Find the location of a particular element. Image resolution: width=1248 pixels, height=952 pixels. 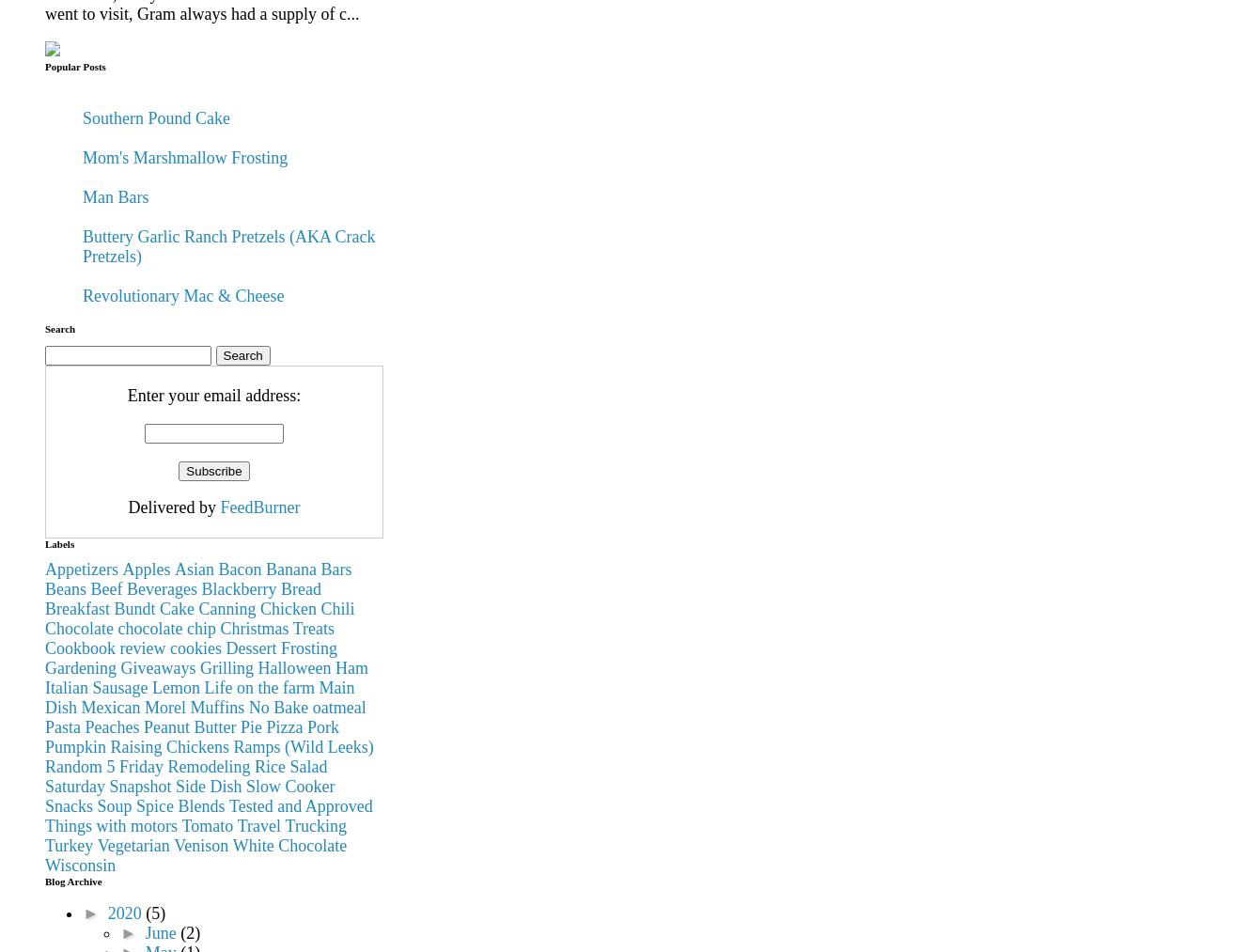

'Lemon' is located at coordinates (175, 687).